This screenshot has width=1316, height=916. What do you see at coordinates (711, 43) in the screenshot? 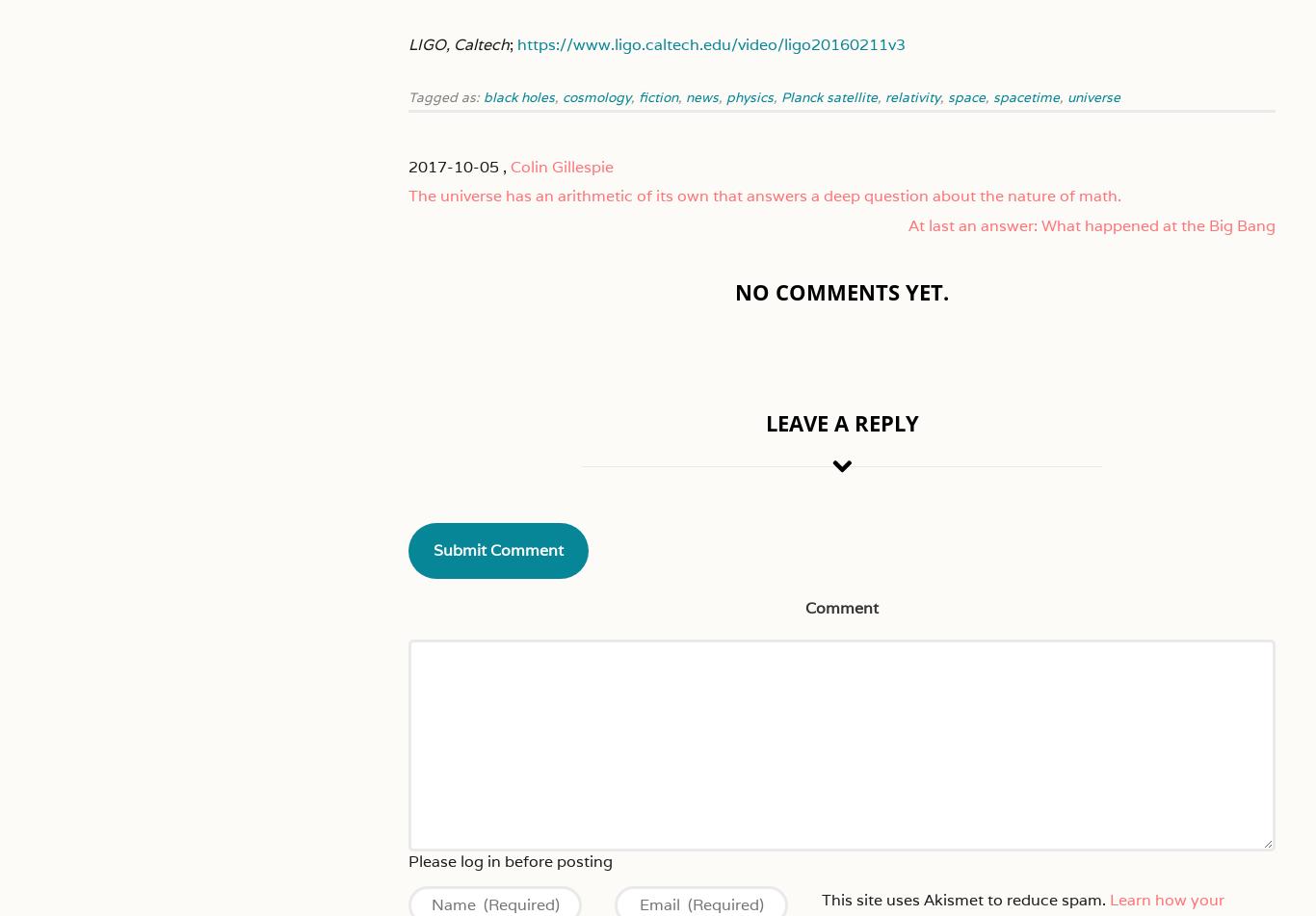
I see `'https://www.ligo.caltech.edu/video/ligo20160211v3'` at bounding box center [711, 43].